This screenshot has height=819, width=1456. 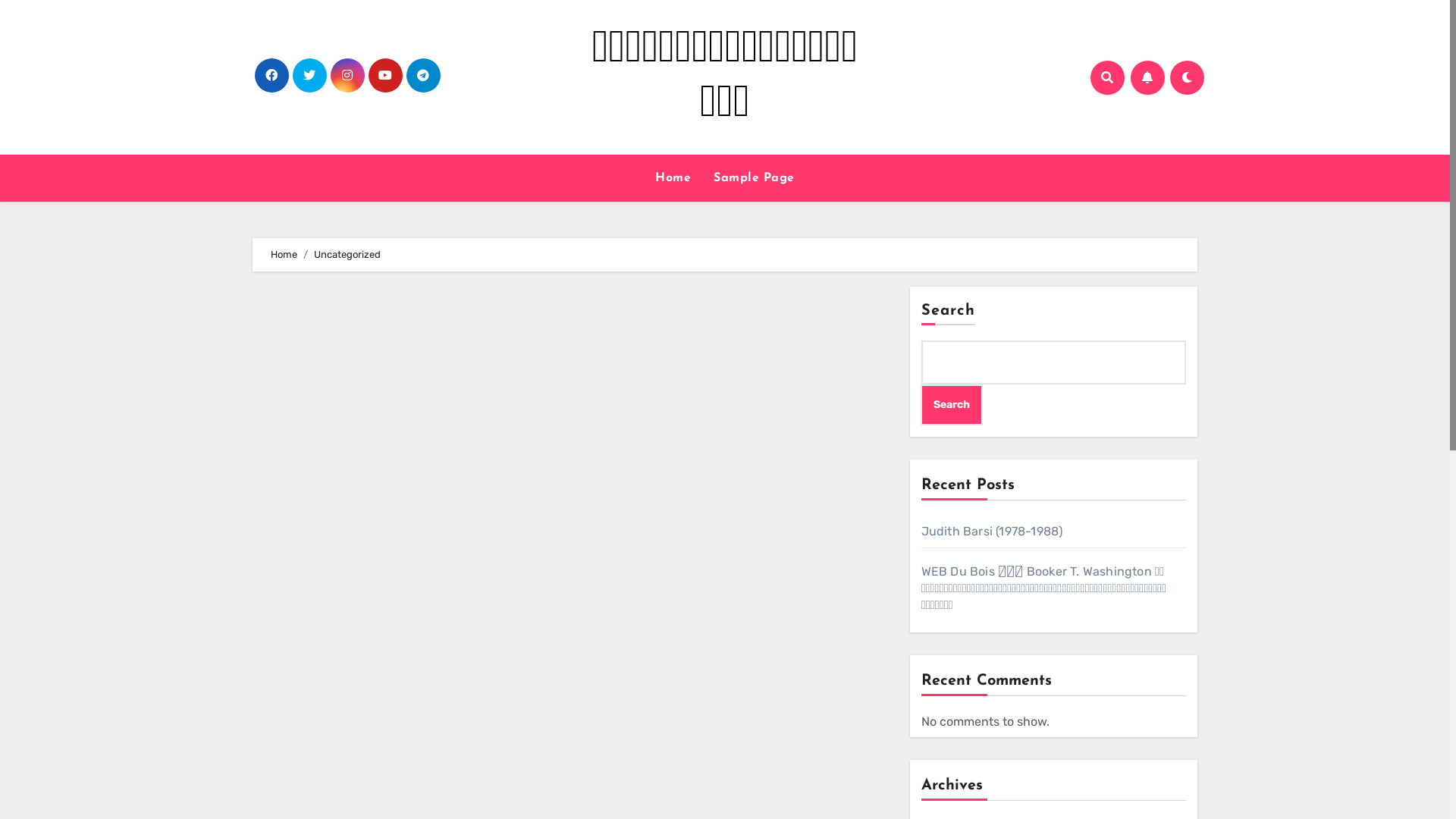 What do you see at coordinates (284, 253) in the screenshot?
I see `'Home'` at bounding box center [284, 253].